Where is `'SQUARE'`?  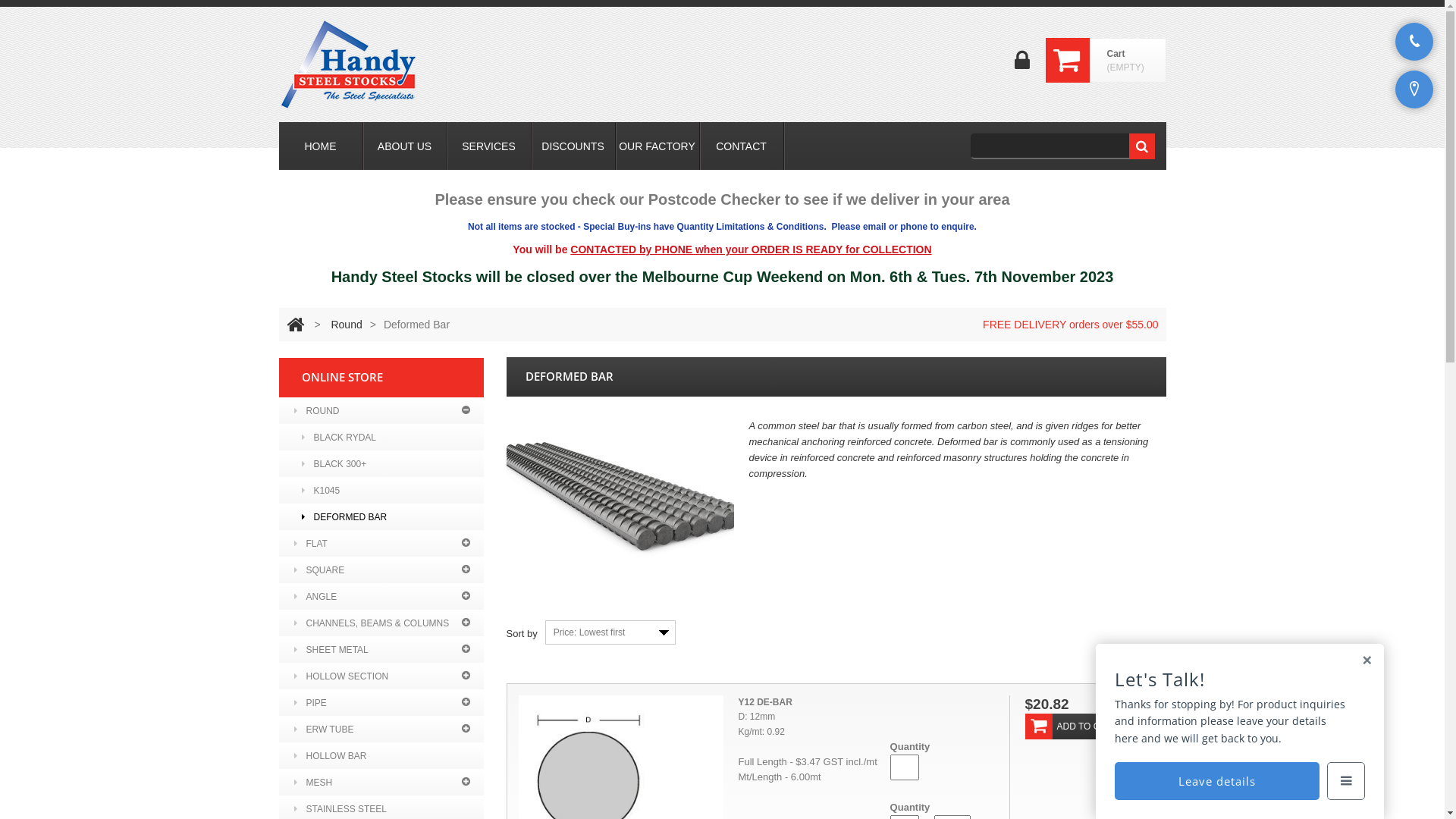 'SQUARE' is located at coordinates (279, 570).